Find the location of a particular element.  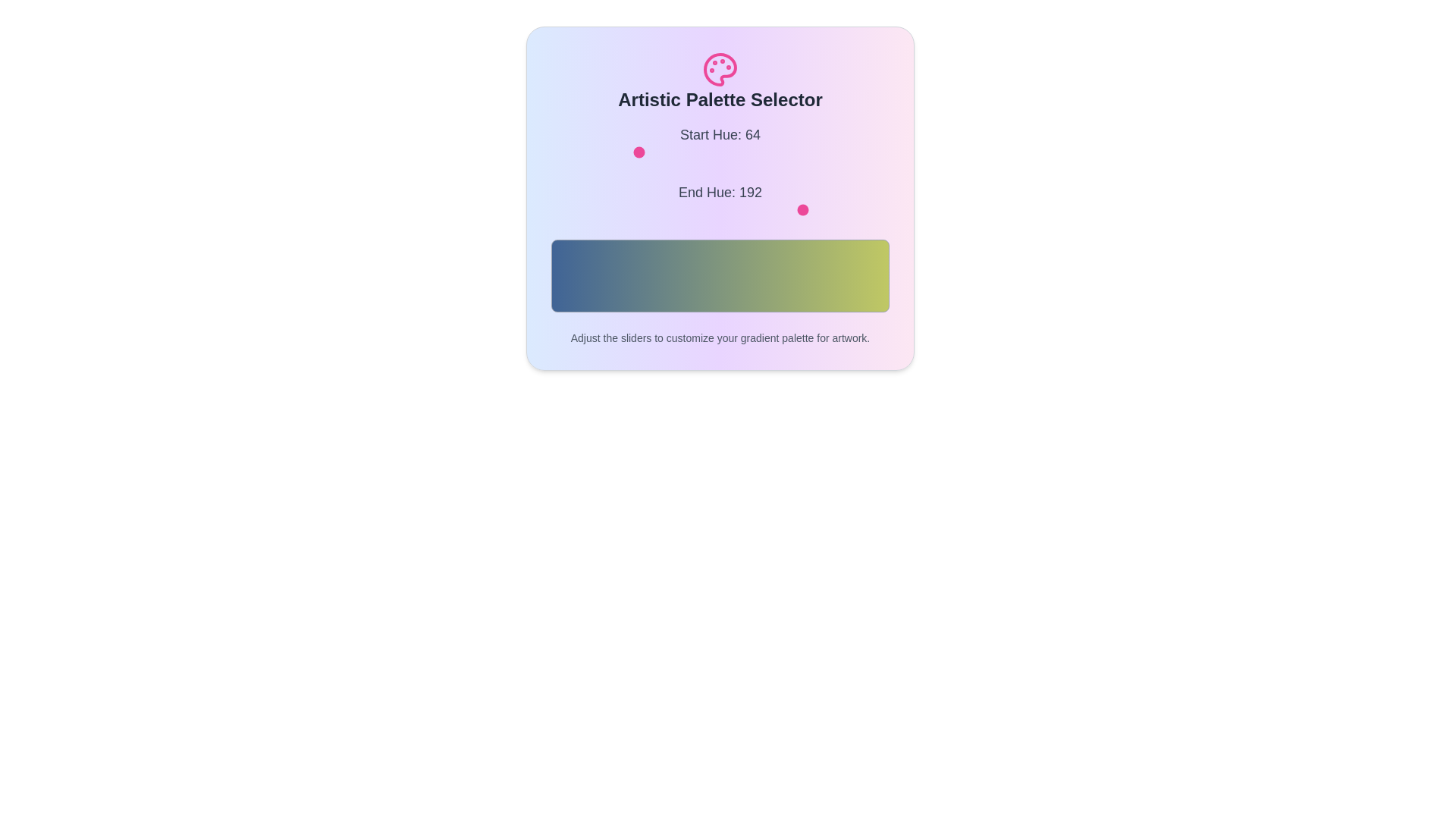

the 'End Hue' slider to 212 is located at coordinates (831, 210).